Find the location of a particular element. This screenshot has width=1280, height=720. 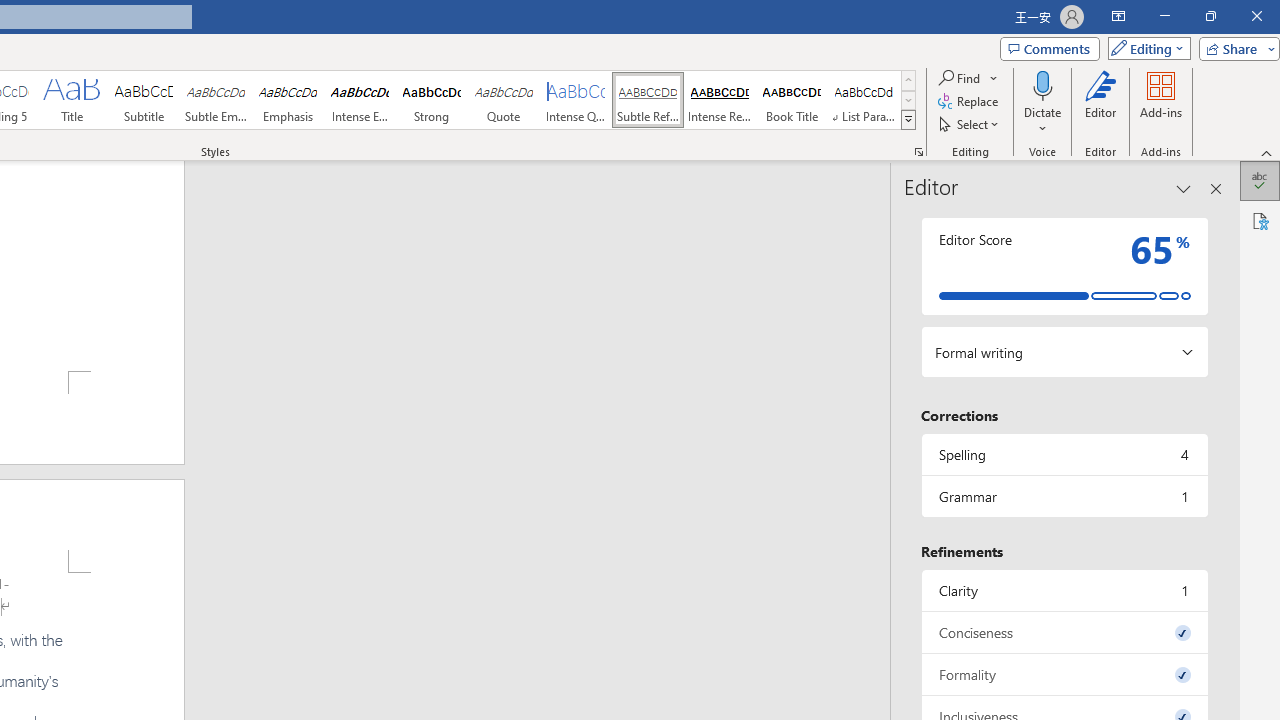

'Subtle Emphasis' is located at coordinates (216, 100).